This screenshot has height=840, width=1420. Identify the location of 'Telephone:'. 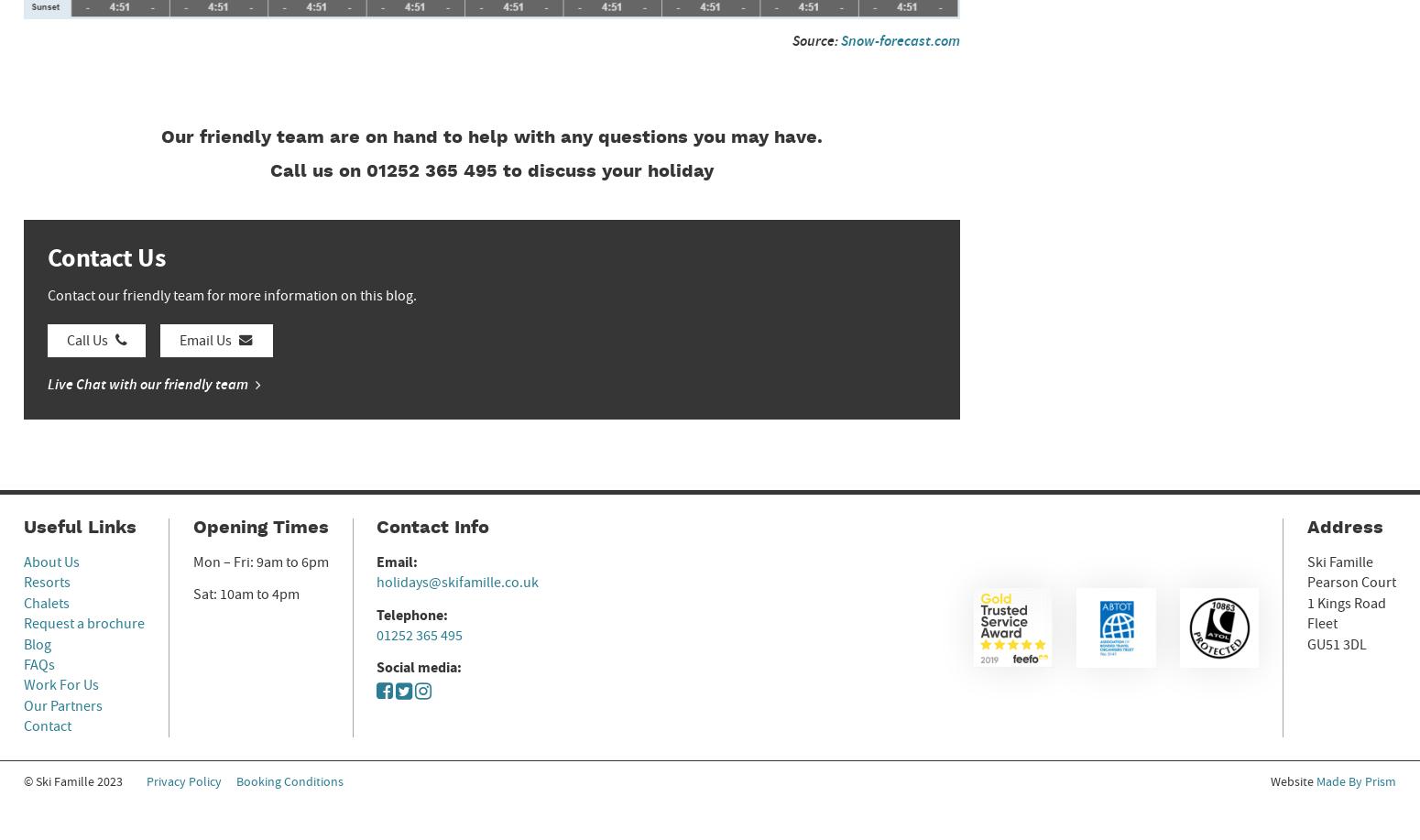
(411, 614).